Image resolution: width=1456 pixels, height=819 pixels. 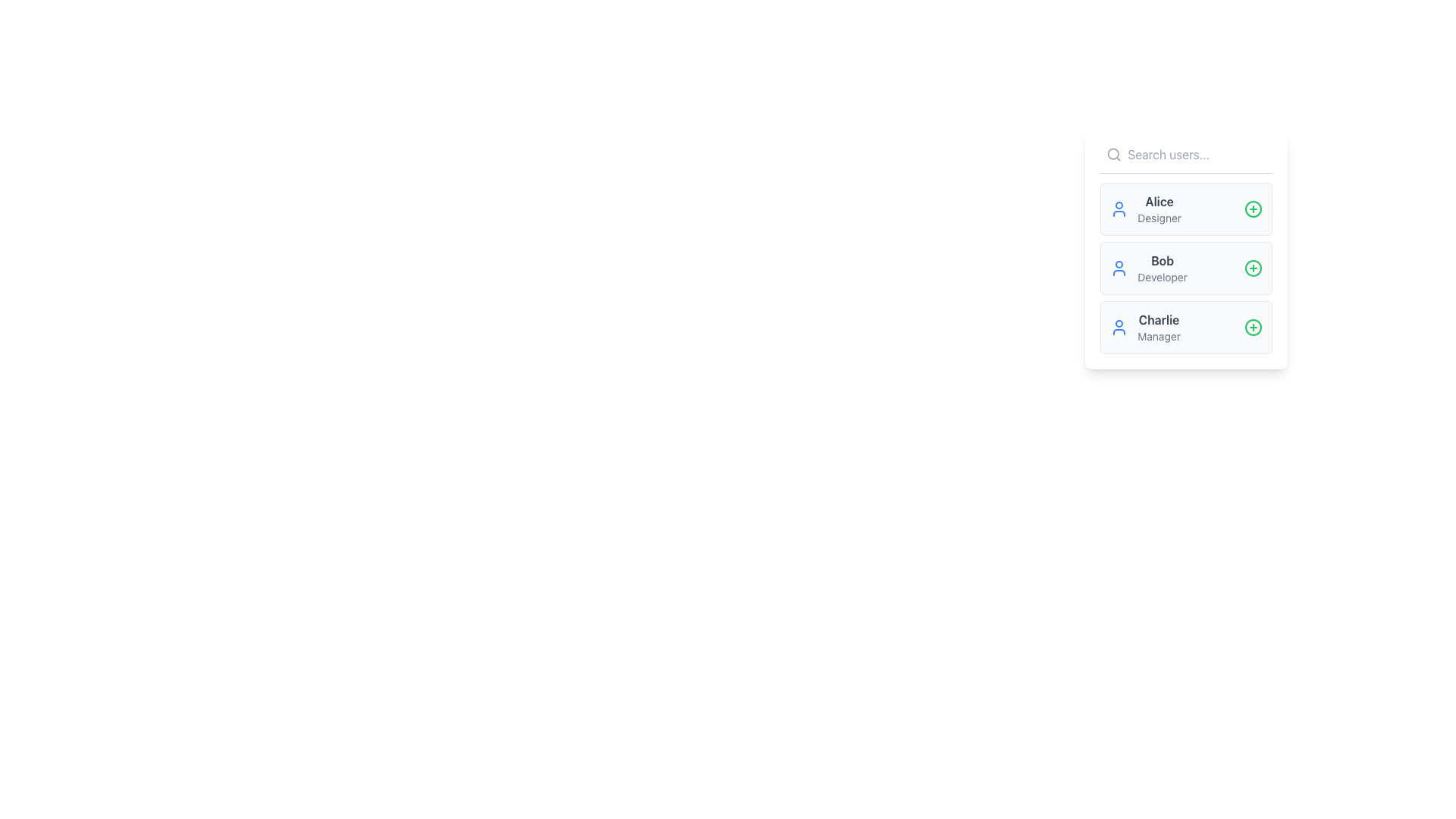 I want to click on text label 'Alice' which is the first text in the user list entry, displayed in bold gray font above the 'Designer' label, so click(x=1159, y=201).